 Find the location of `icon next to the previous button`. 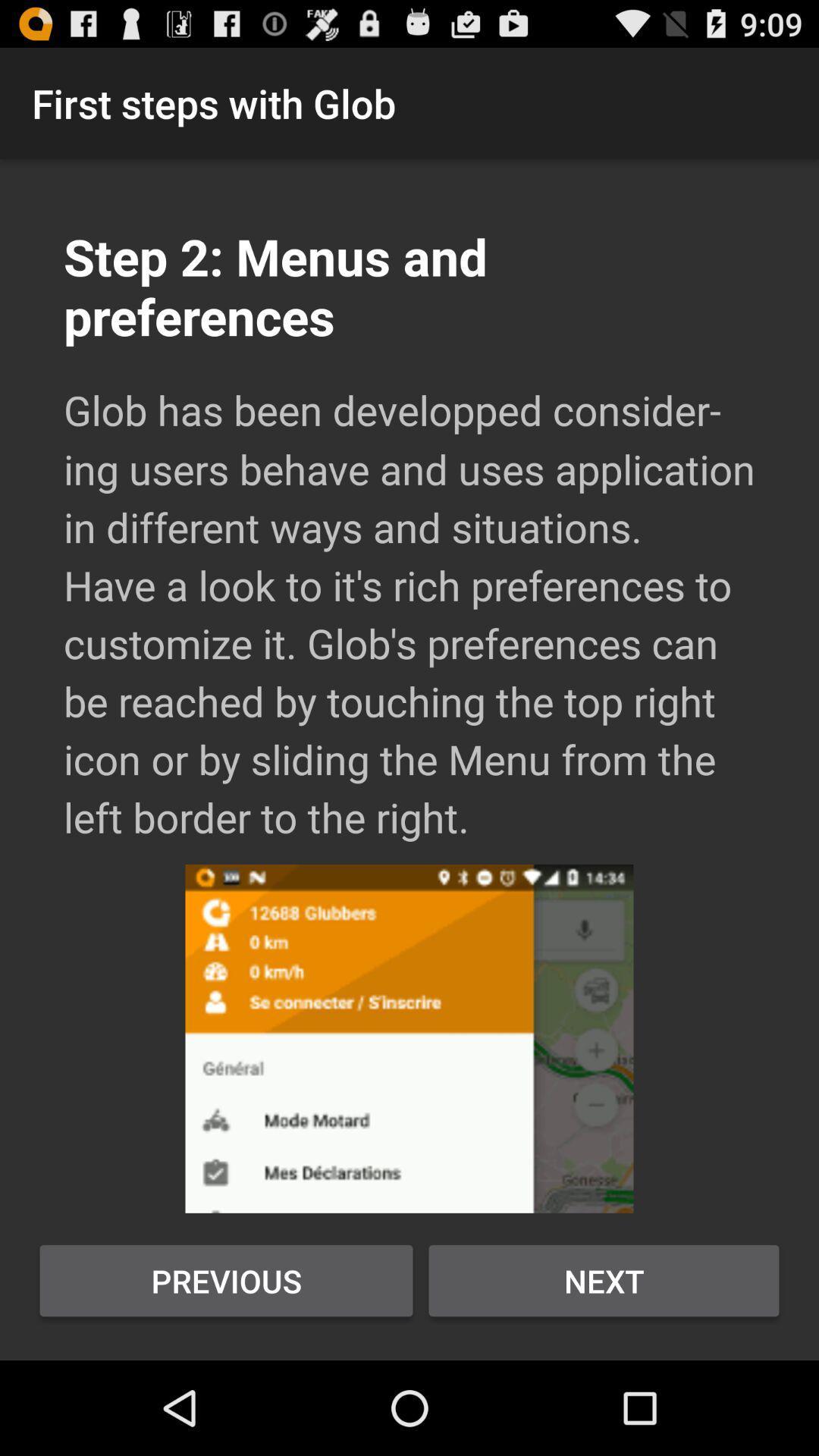

icon next to the previous button is located at coordinates (603, 1280).